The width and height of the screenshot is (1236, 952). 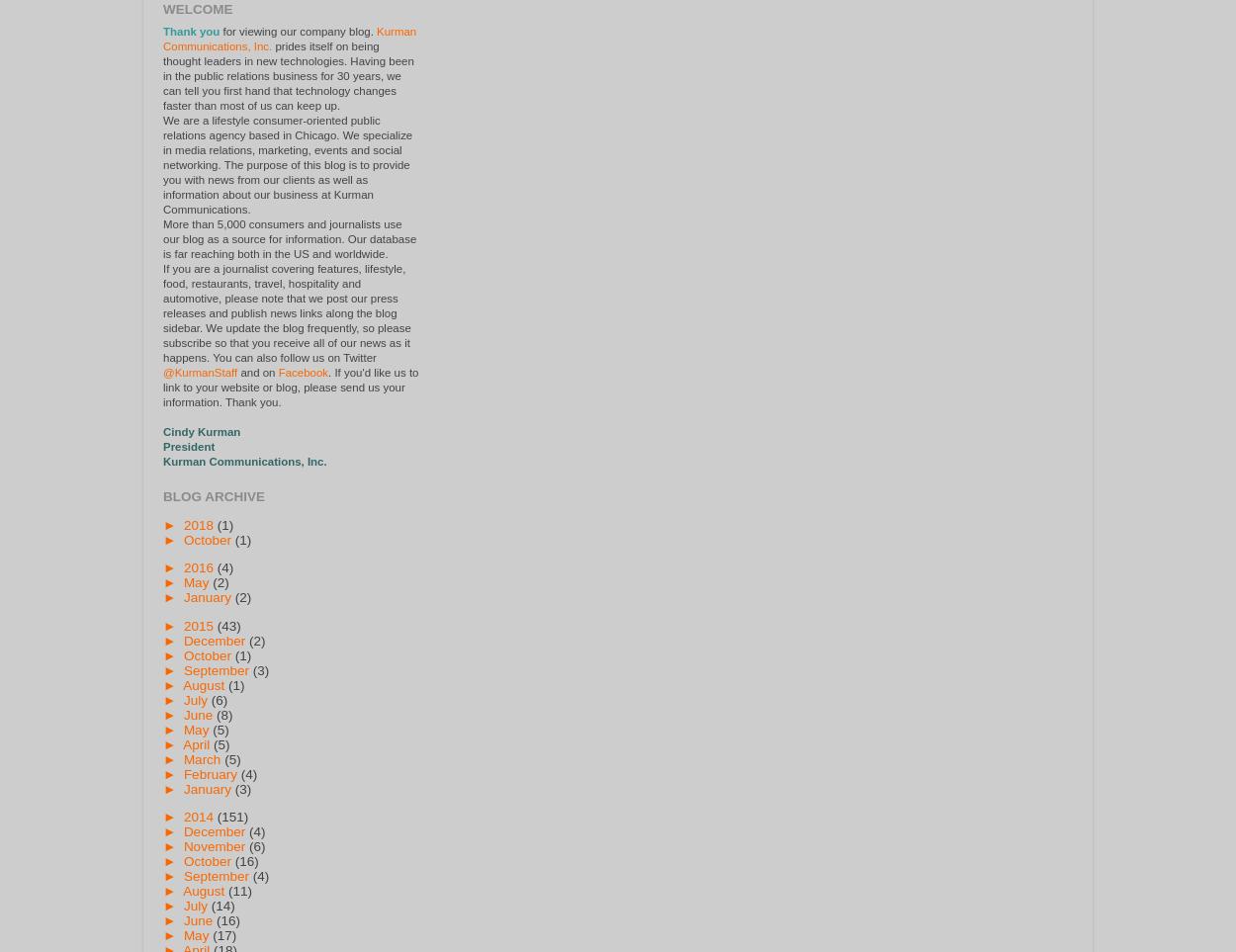 I want to click on 'If you are a journalist covering features, lifestyle, food, restaurants, travel, hospitality and automotive, please note that we post our press releases and publish news links along the blog sidebar. We update the blog frequently, so please subscribe so that you receive all of our news as it happens. You can also follow us on Twitter', so click(x=287, y=311).